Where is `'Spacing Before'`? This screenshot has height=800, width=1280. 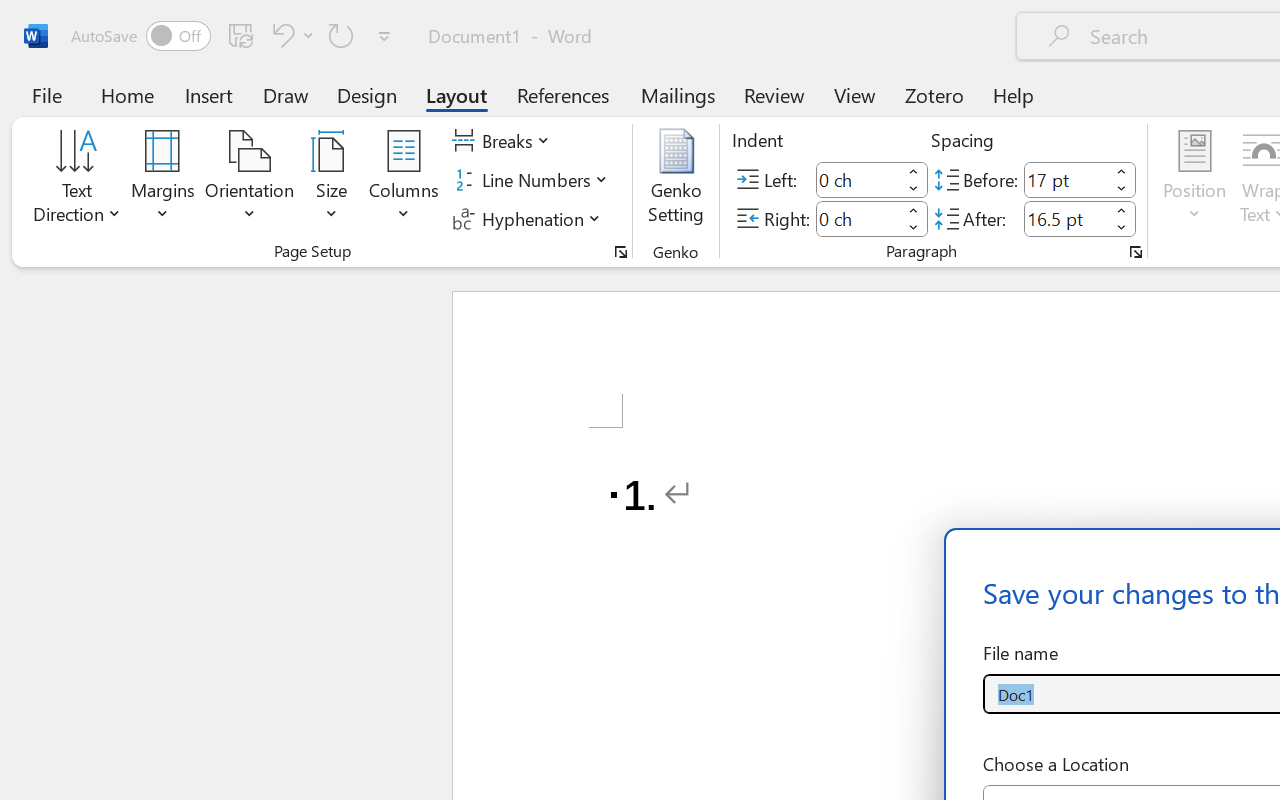
'Spacing Before' is located at coordinates (1065, 178).